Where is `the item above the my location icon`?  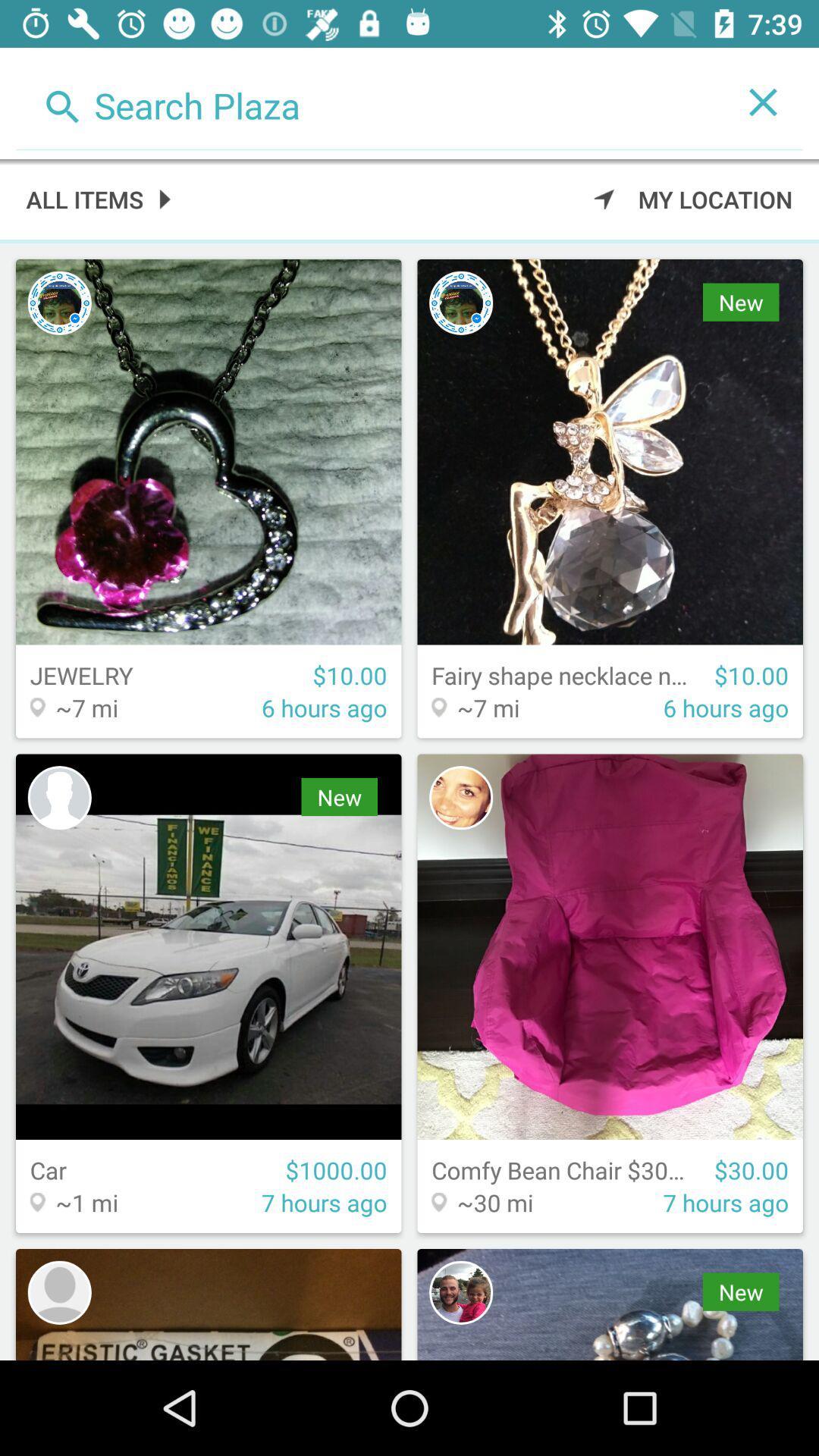 the item above the my location icon is located at coordinates (763, 101).